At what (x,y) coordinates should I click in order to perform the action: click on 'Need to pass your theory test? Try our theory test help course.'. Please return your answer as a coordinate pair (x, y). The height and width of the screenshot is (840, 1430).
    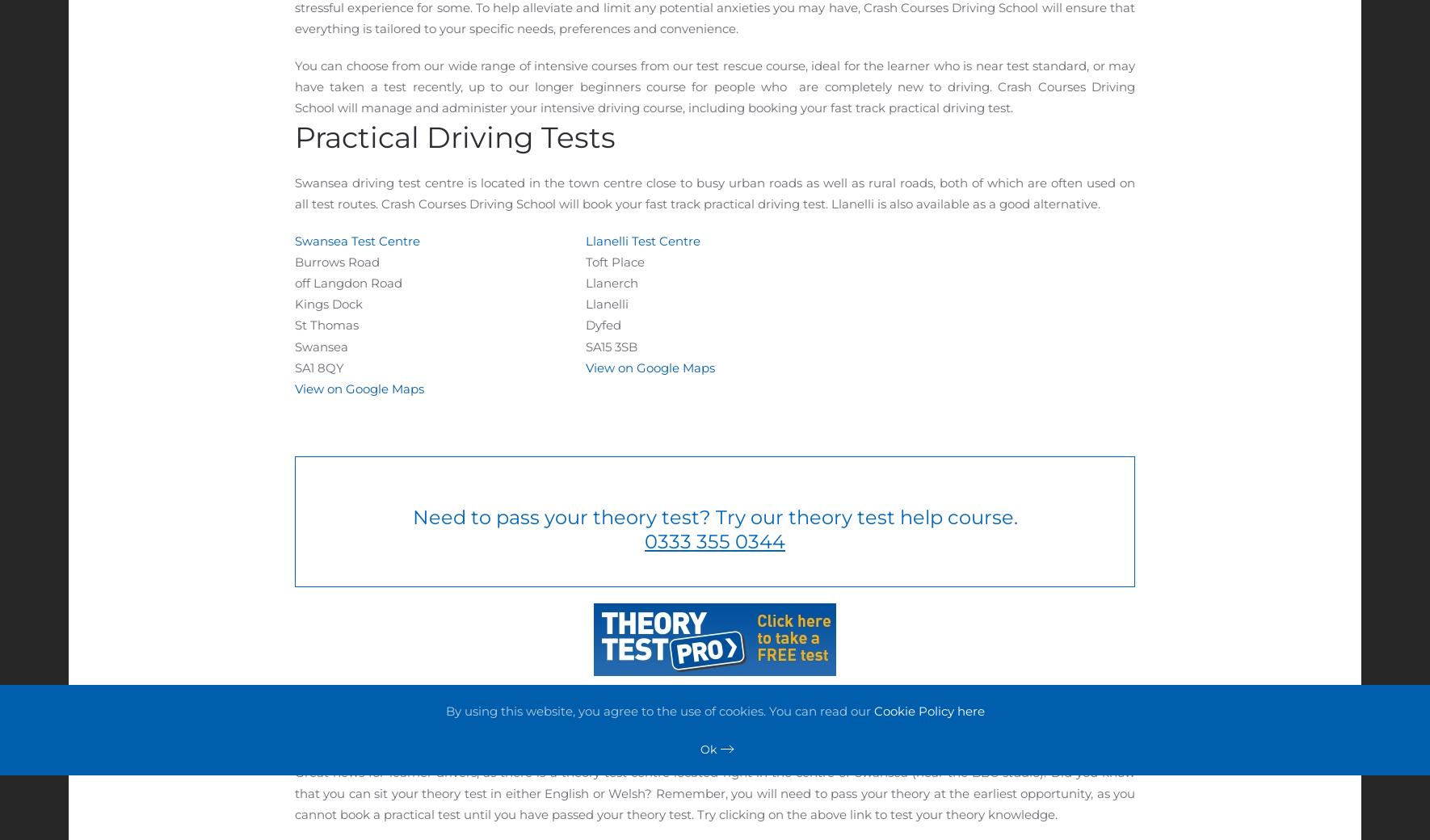
    Looking at the image, I should click on (714, 515).